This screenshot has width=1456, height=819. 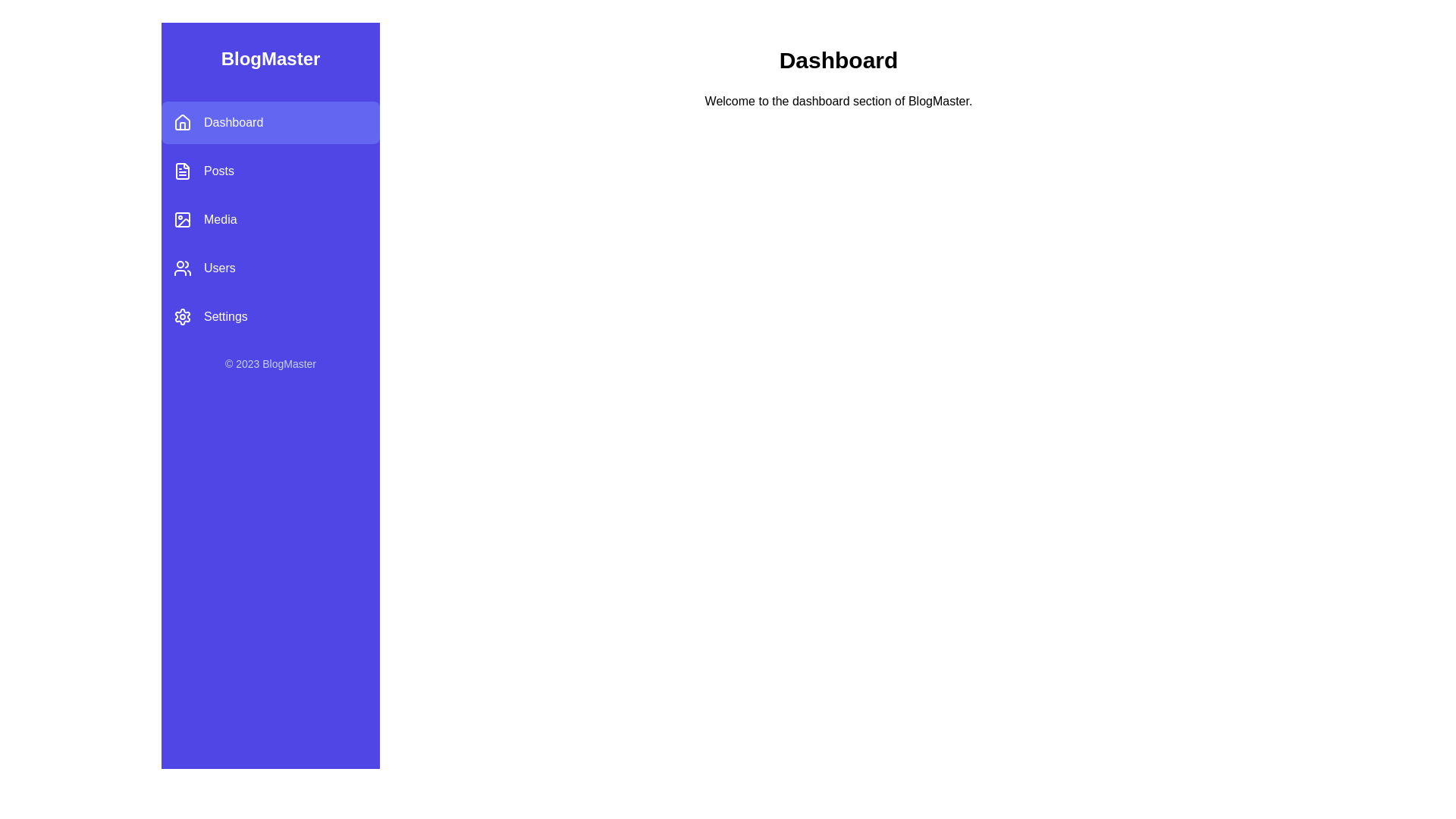 I want to click on the 'Dashboard' icon located in the sidebar menu, which visually represents the 'Dashboard' section and is positioned above the 'Posts' and 'Media' menu items, so click(x=182, y=122).